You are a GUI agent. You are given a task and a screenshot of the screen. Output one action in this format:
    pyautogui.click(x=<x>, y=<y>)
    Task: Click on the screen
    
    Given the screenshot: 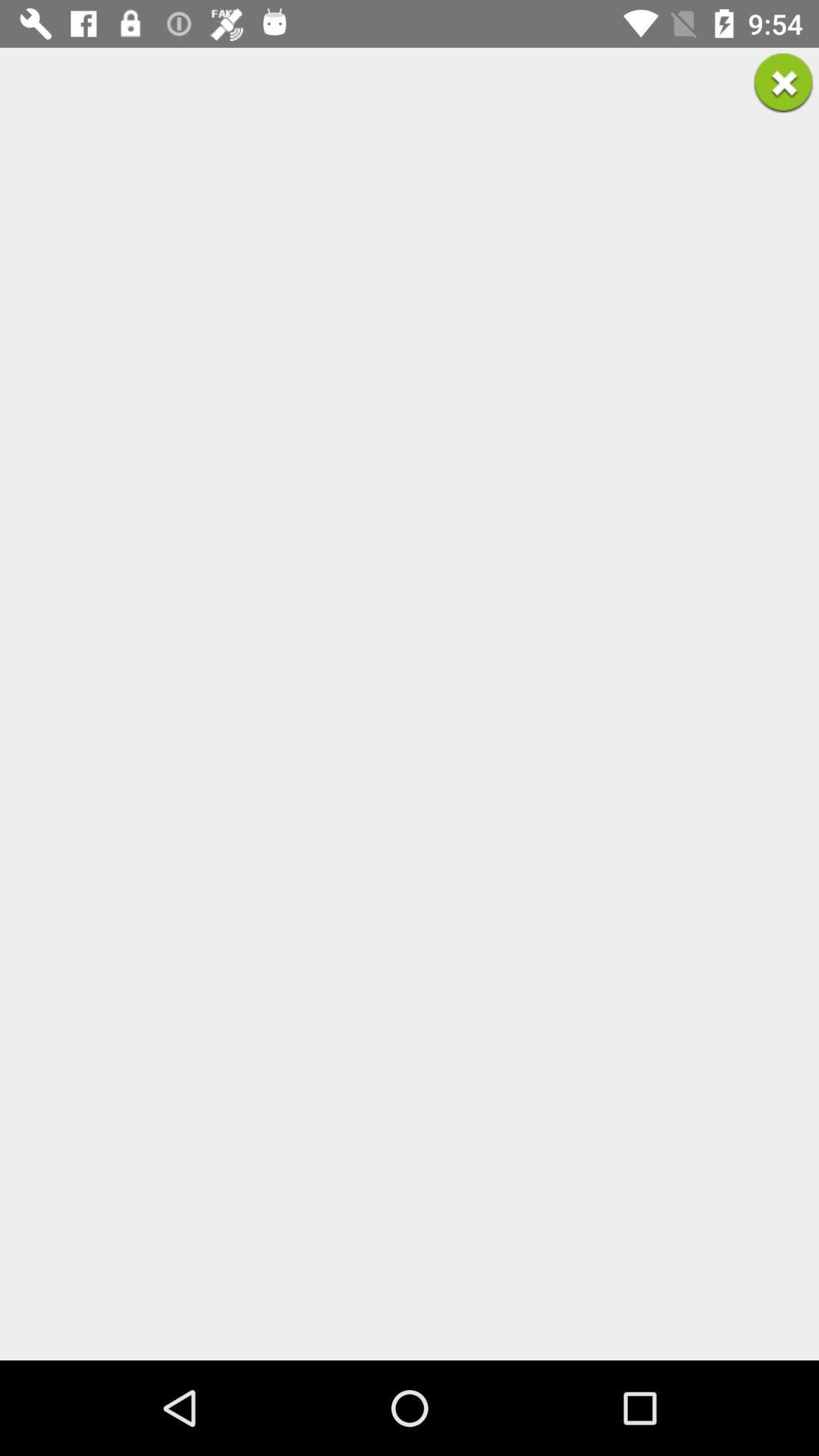 What is the action you would take?
    pyautogui.click(x=783, y=82)
    